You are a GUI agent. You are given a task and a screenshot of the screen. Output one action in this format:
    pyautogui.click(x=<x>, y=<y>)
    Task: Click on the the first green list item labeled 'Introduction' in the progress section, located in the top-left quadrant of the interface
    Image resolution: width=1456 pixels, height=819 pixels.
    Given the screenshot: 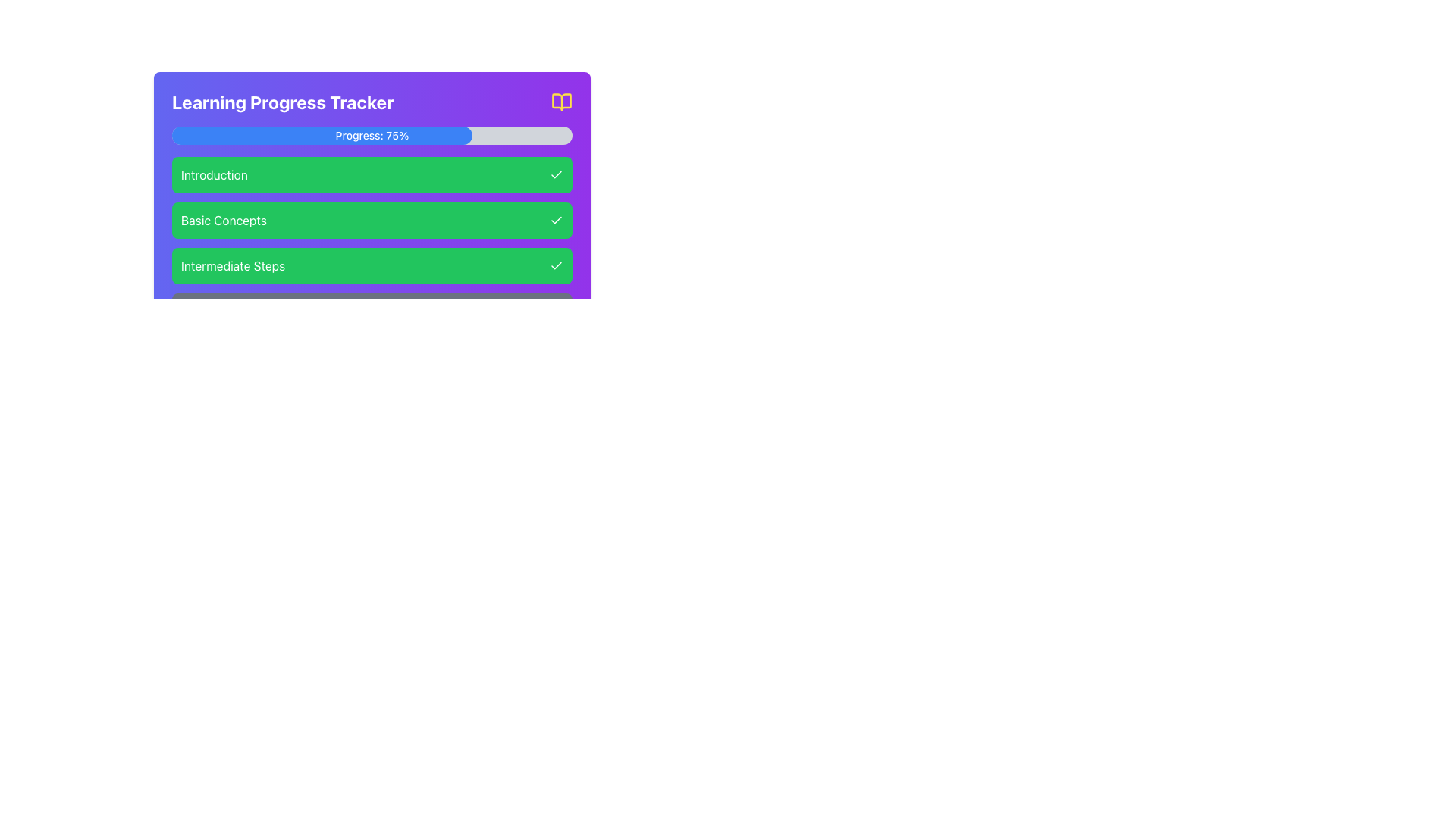 What is the action you would take?
    pyautogui.click(x=372, y=174)
    